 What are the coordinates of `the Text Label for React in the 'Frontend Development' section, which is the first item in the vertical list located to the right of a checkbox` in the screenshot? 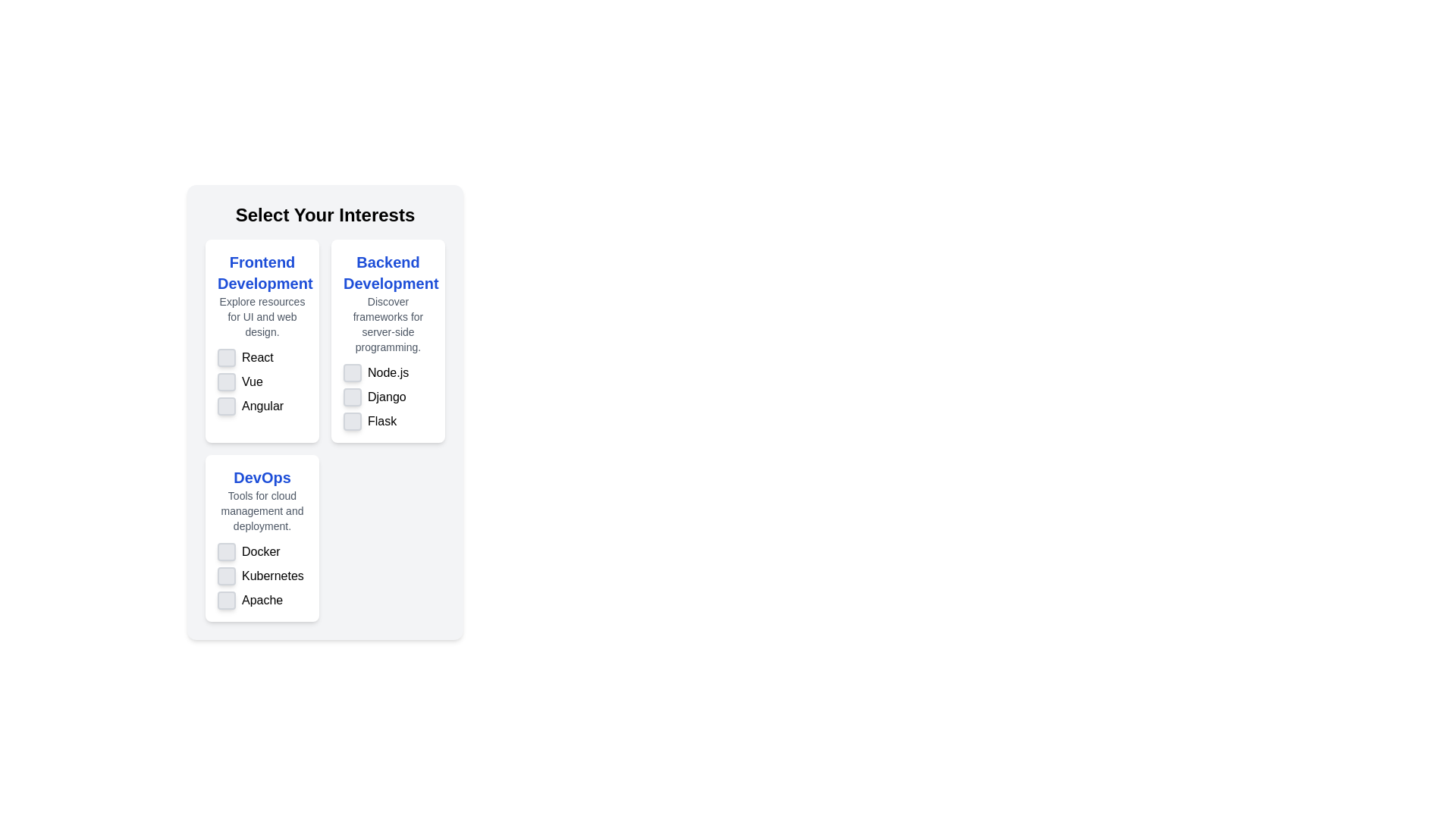 It's located at (257, 357).